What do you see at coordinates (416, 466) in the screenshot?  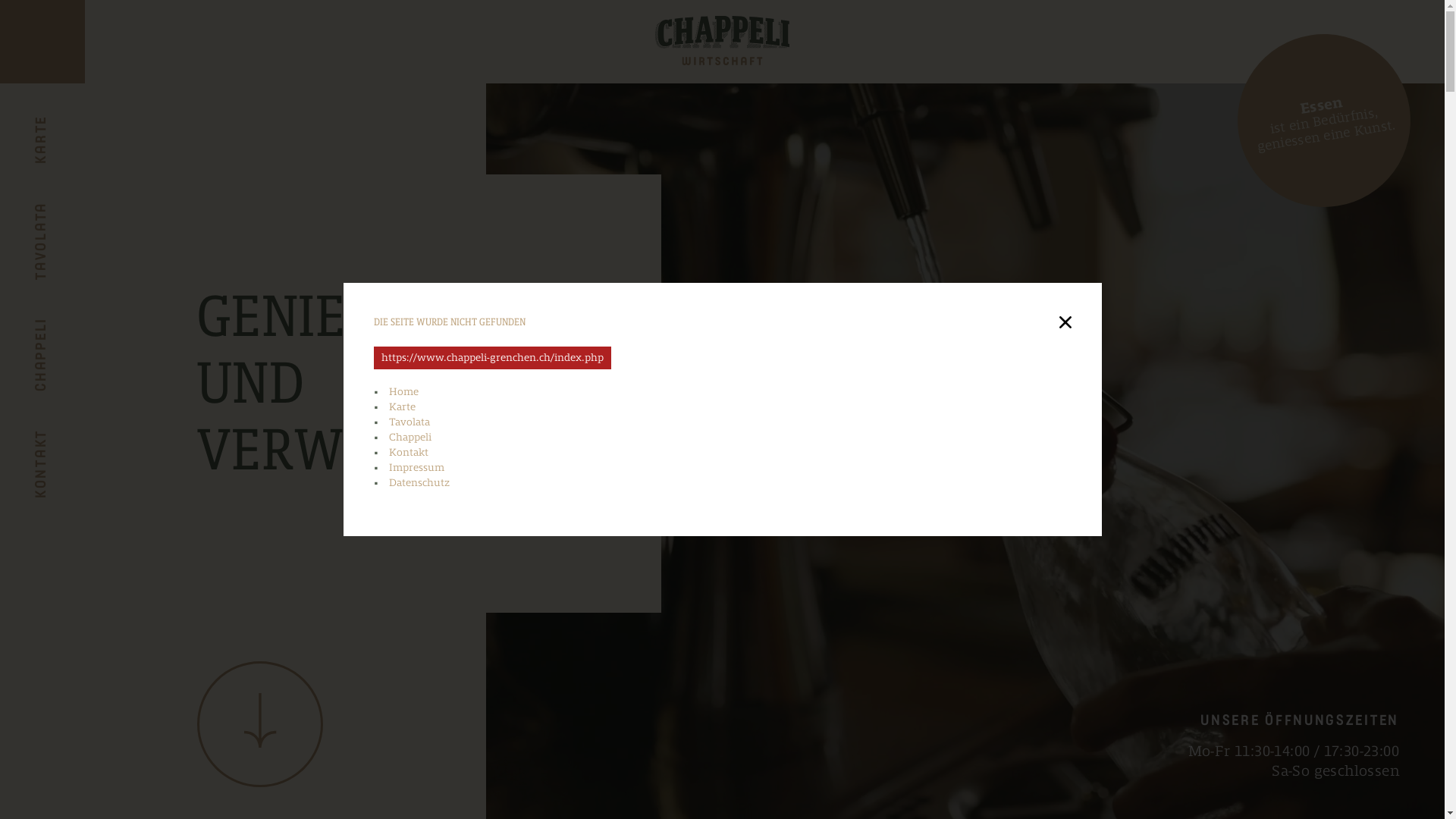 I see `'Impressum'` at bounding box center [416, 466].